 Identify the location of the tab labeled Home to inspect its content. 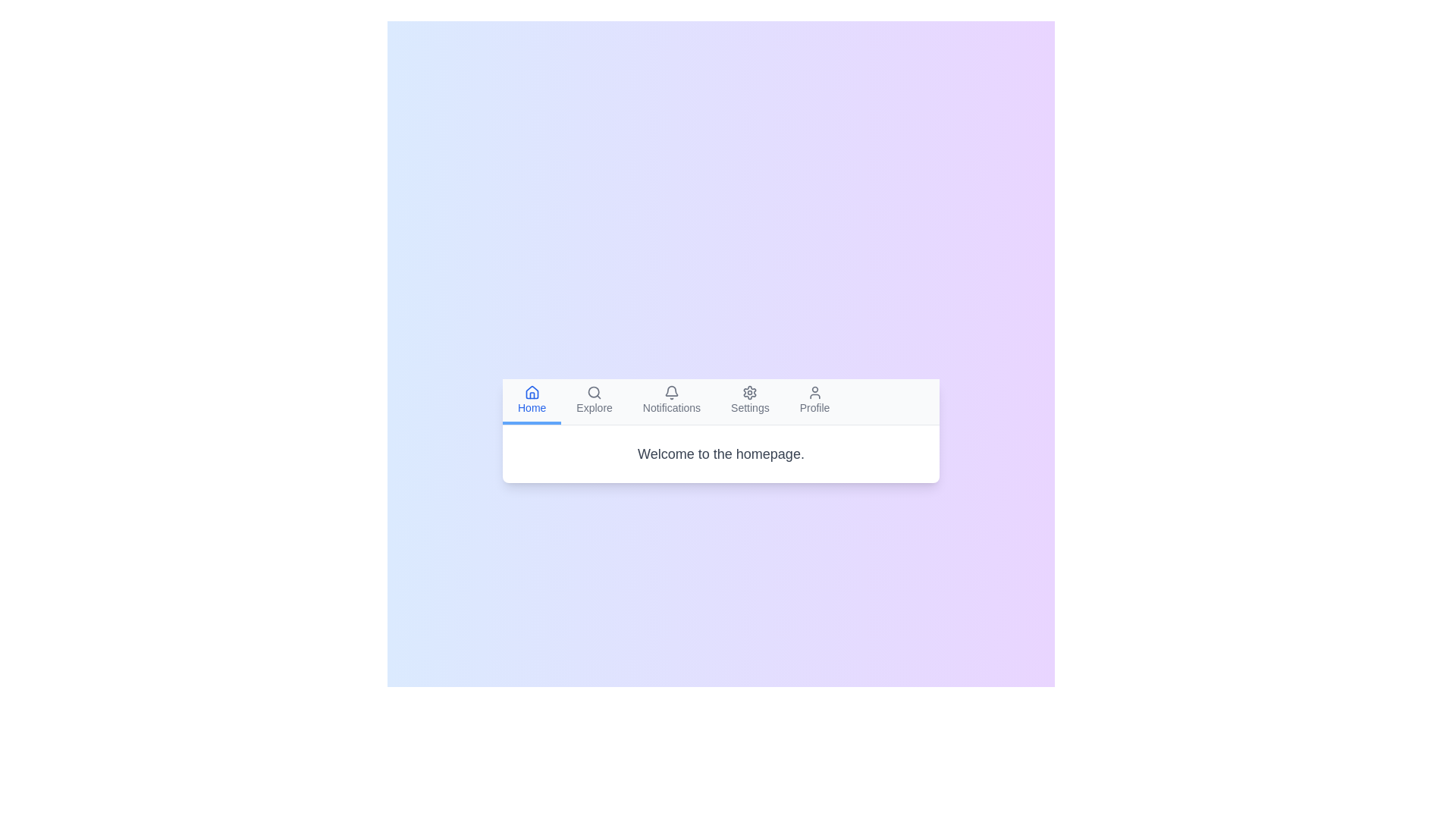
(531, 400).